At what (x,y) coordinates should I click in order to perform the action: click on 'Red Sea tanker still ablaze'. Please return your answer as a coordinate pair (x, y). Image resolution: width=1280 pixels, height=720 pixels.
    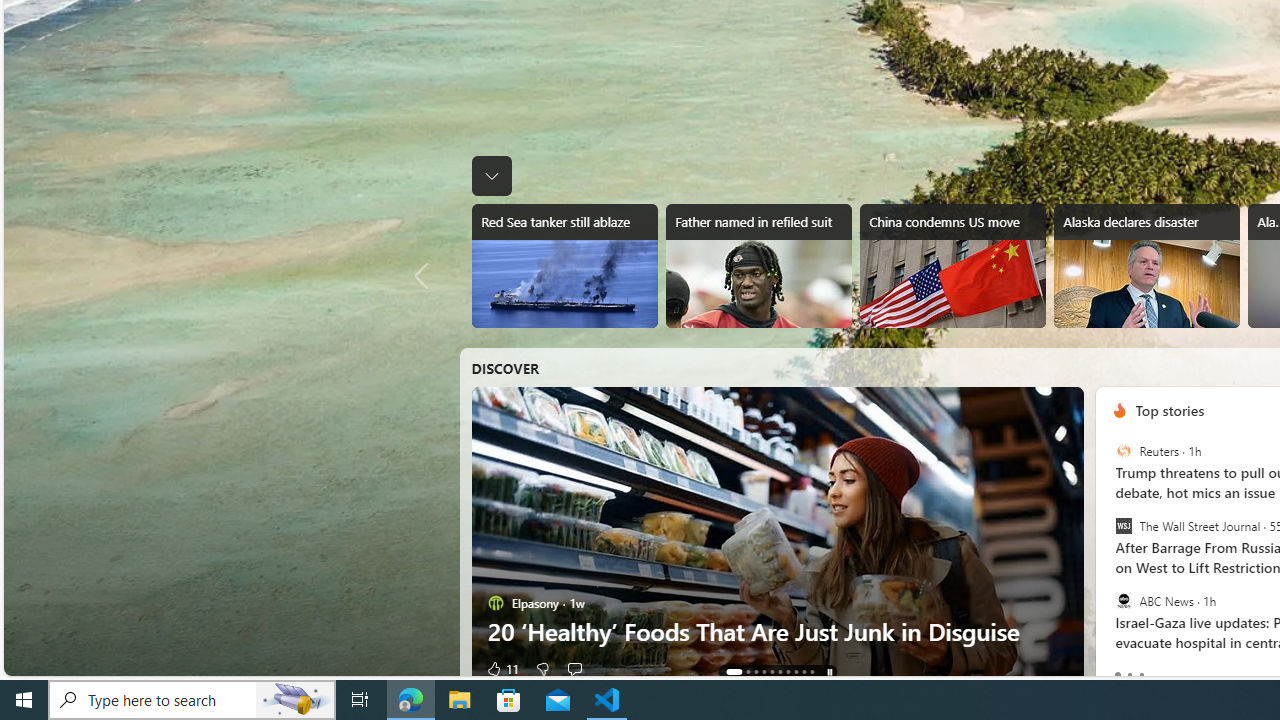
    Looking at the image, I should click on (563, 265).